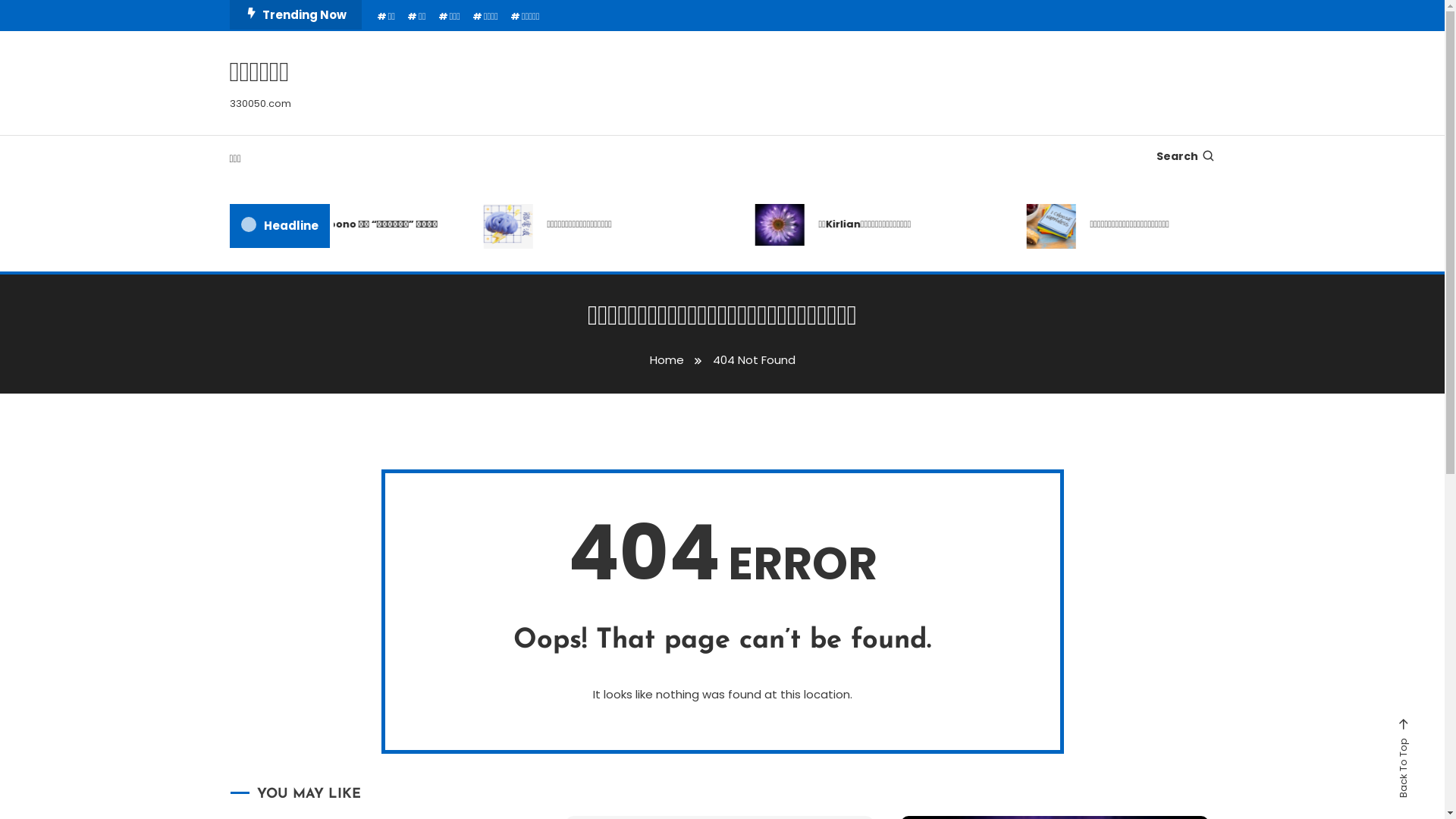 This screenshot has height=819, width=1456. What do you see at coordinates (770, 435) in the screenshot?
I see `'Search'` at bounding box center [770, 435].